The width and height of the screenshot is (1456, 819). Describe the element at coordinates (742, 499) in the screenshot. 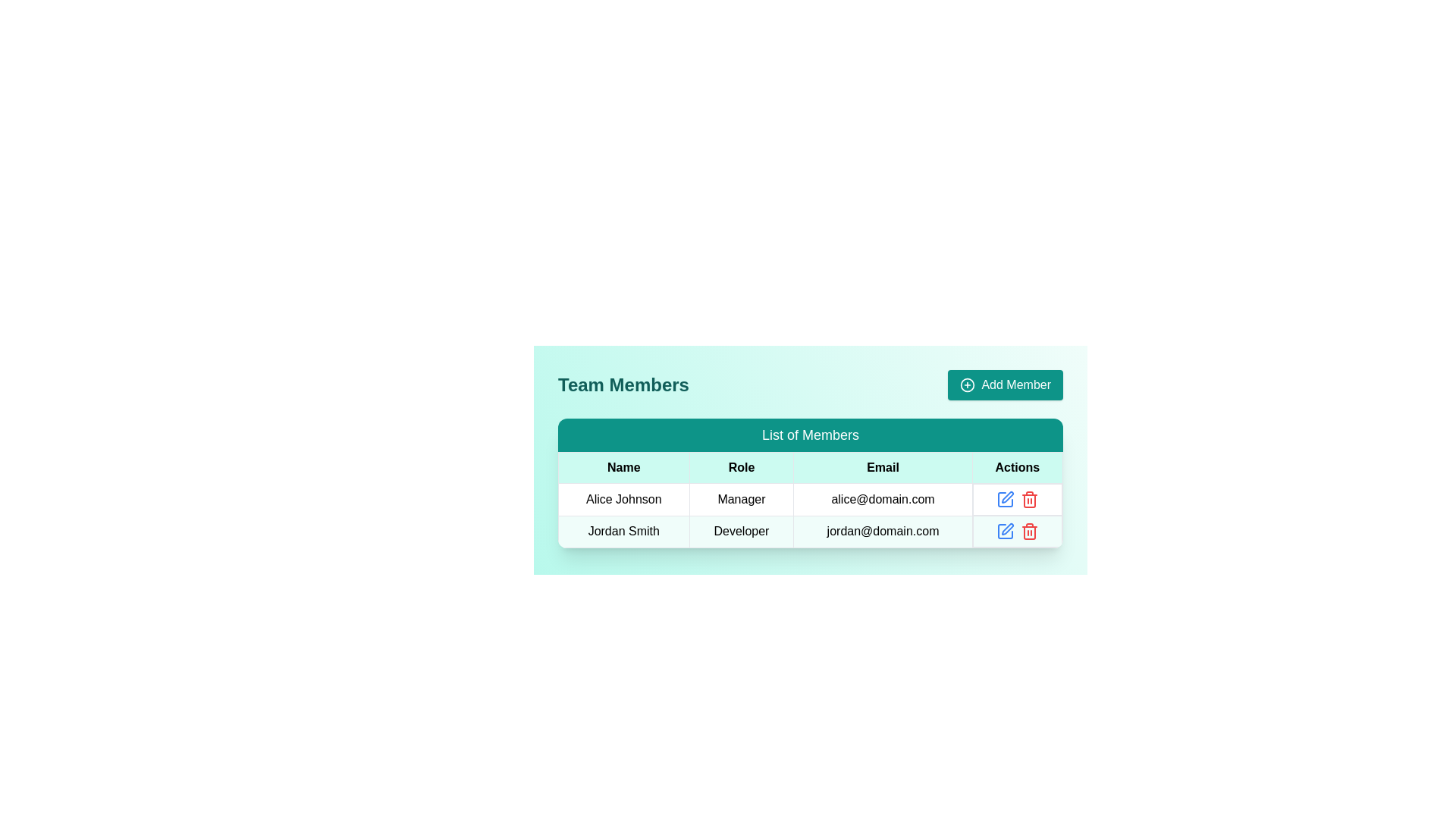

I see `the static text label displaying the role 'Manager' for Alice Johnson, which is located in the second column of the first row under the 'Role' header` at that location.